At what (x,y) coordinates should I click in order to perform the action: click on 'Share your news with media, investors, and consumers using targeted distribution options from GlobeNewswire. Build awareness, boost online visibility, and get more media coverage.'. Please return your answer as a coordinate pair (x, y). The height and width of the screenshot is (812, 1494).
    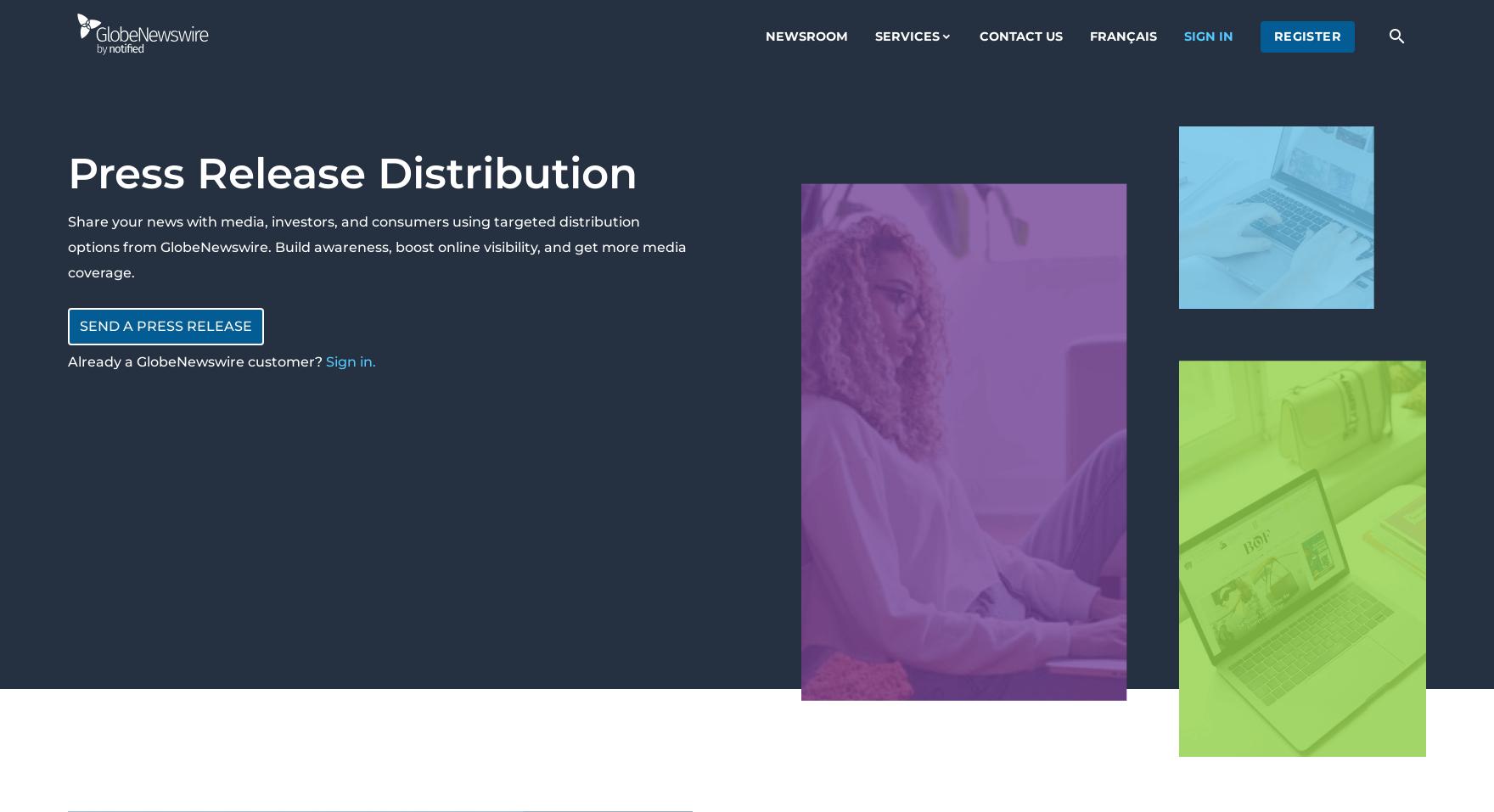
    Looking at the image, I should click on (377, 247).